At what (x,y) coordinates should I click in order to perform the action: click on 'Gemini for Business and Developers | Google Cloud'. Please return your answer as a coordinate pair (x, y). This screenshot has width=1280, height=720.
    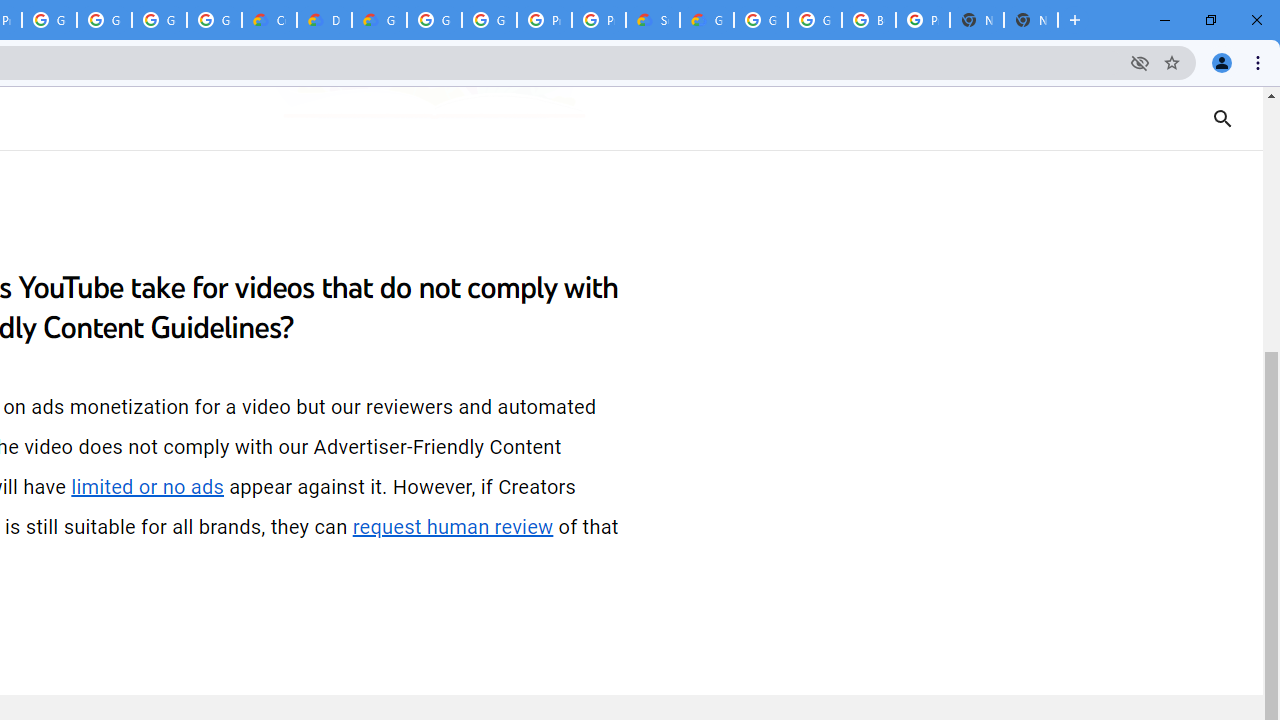
    Looking at the image, I should click on (379, 20).